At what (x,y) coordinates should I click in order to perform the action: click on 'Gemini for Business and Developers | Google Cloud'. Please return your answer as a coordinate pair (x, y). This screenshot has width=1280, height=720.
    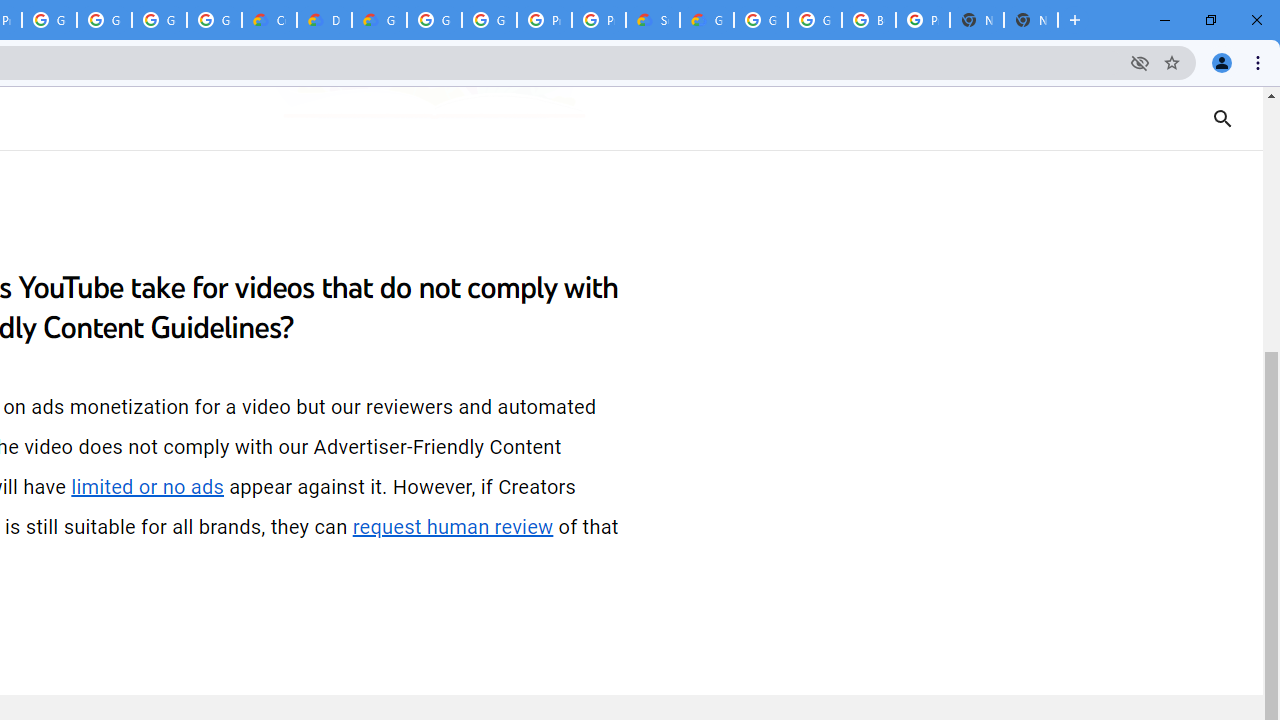
    Looking at the image, I should click on (379, 20).